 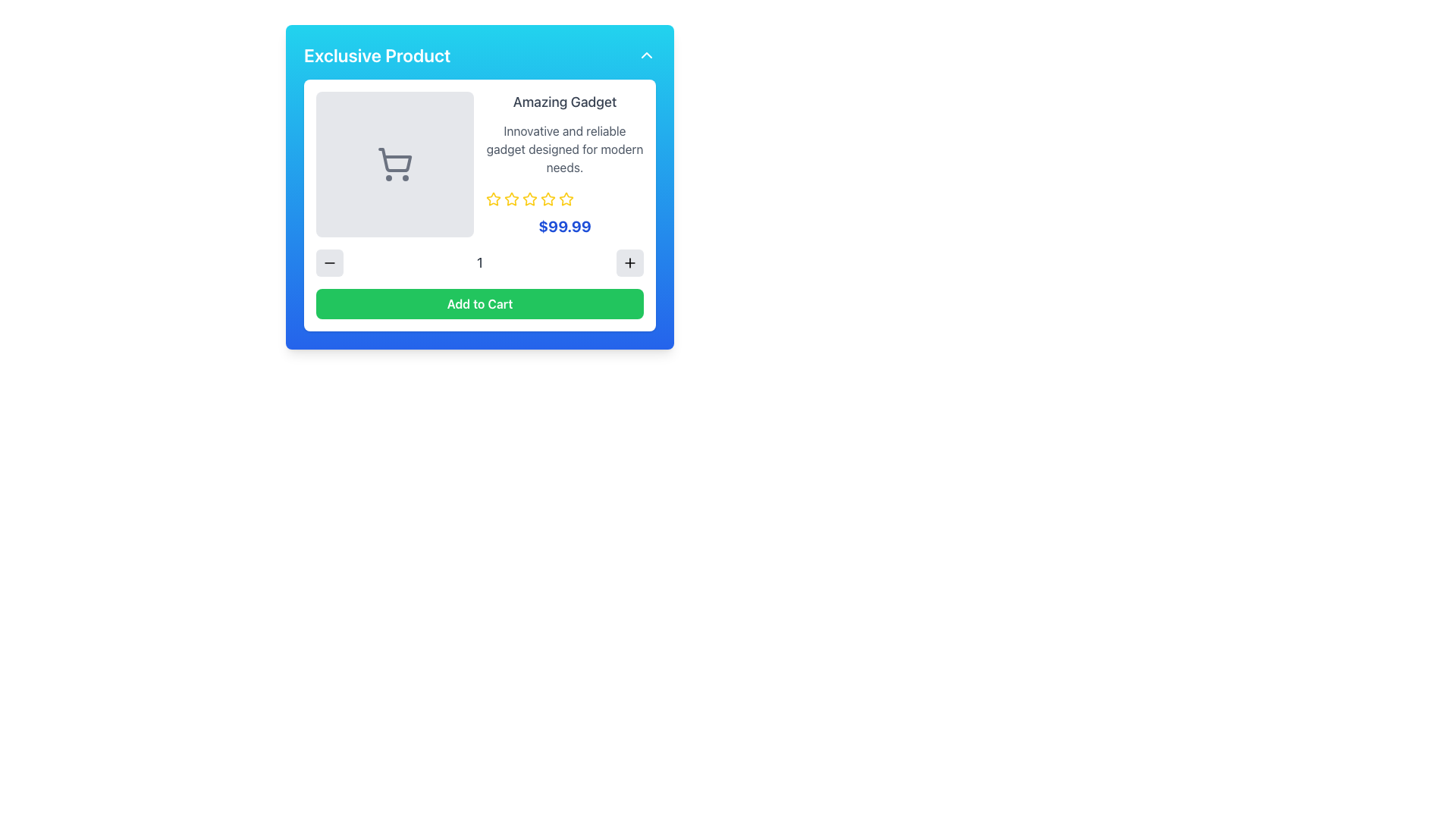 What do you see at coordinates (563, 198) in the screenshot?
I see `the star icons in the rating display located beneath the product's description and above the price in the product information card` at bounding box center [563, 198].